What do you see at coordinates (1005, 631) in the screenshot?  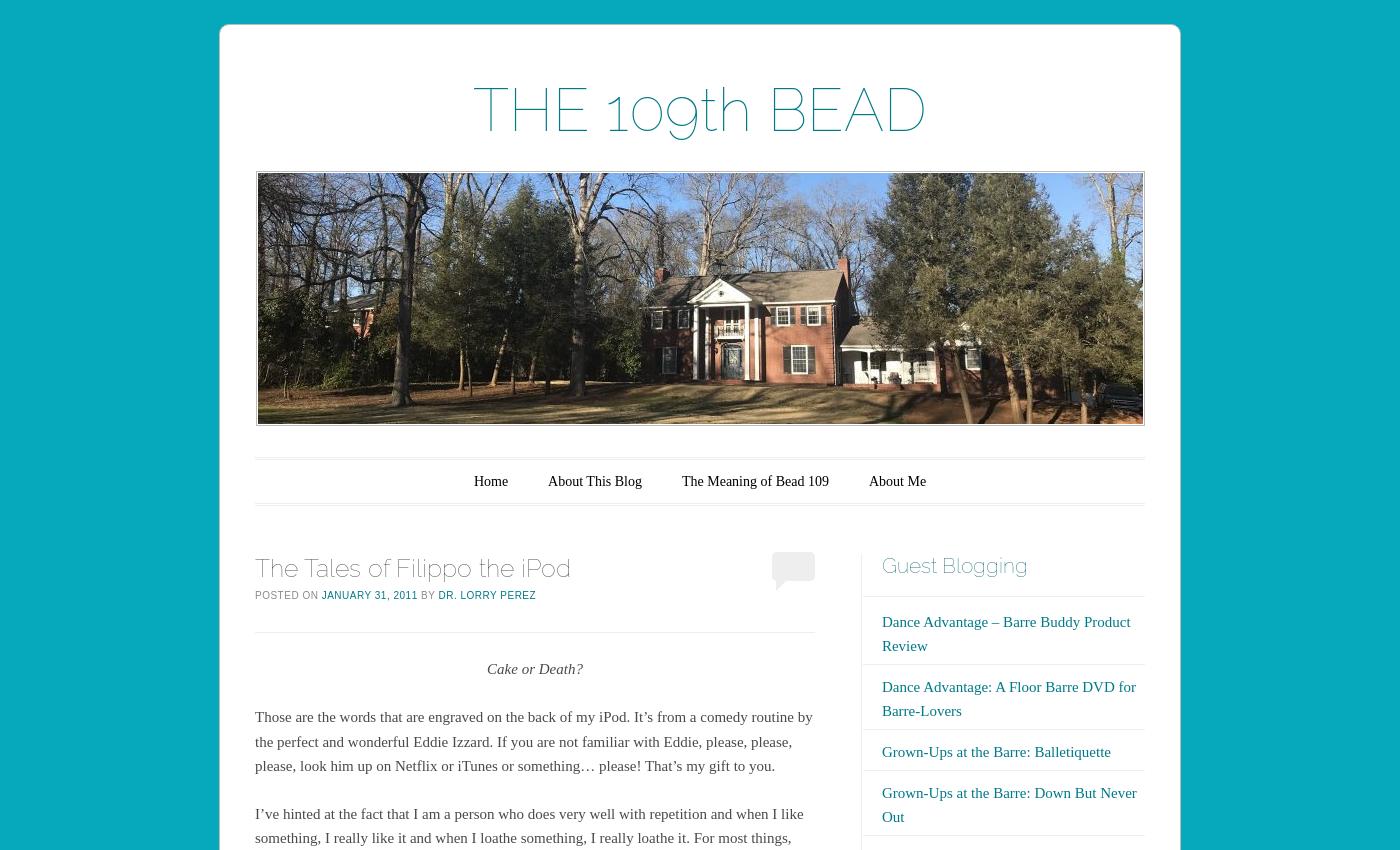 I see `'Dance Advantage – Barre Buddy Product Review'` at bounding box center [1005, 631].